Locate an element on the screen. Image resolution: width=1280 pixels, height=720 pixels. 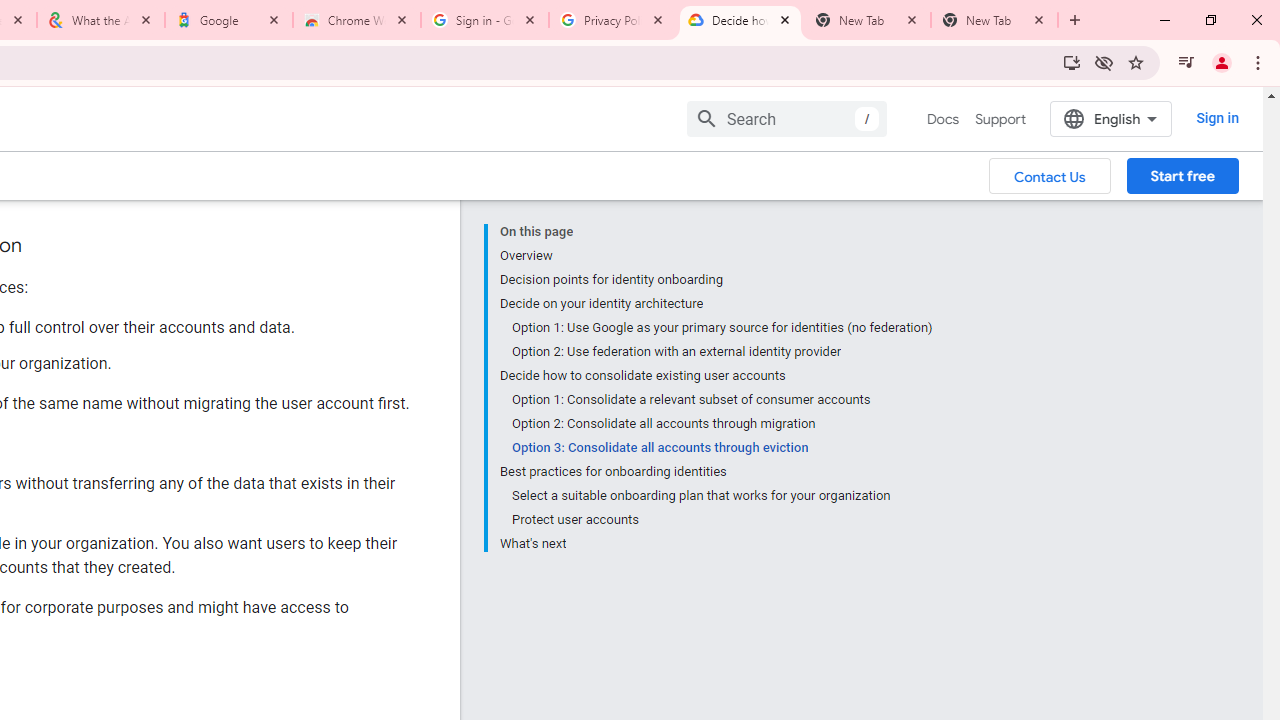
'Google' is located at coordinates (229, 20).